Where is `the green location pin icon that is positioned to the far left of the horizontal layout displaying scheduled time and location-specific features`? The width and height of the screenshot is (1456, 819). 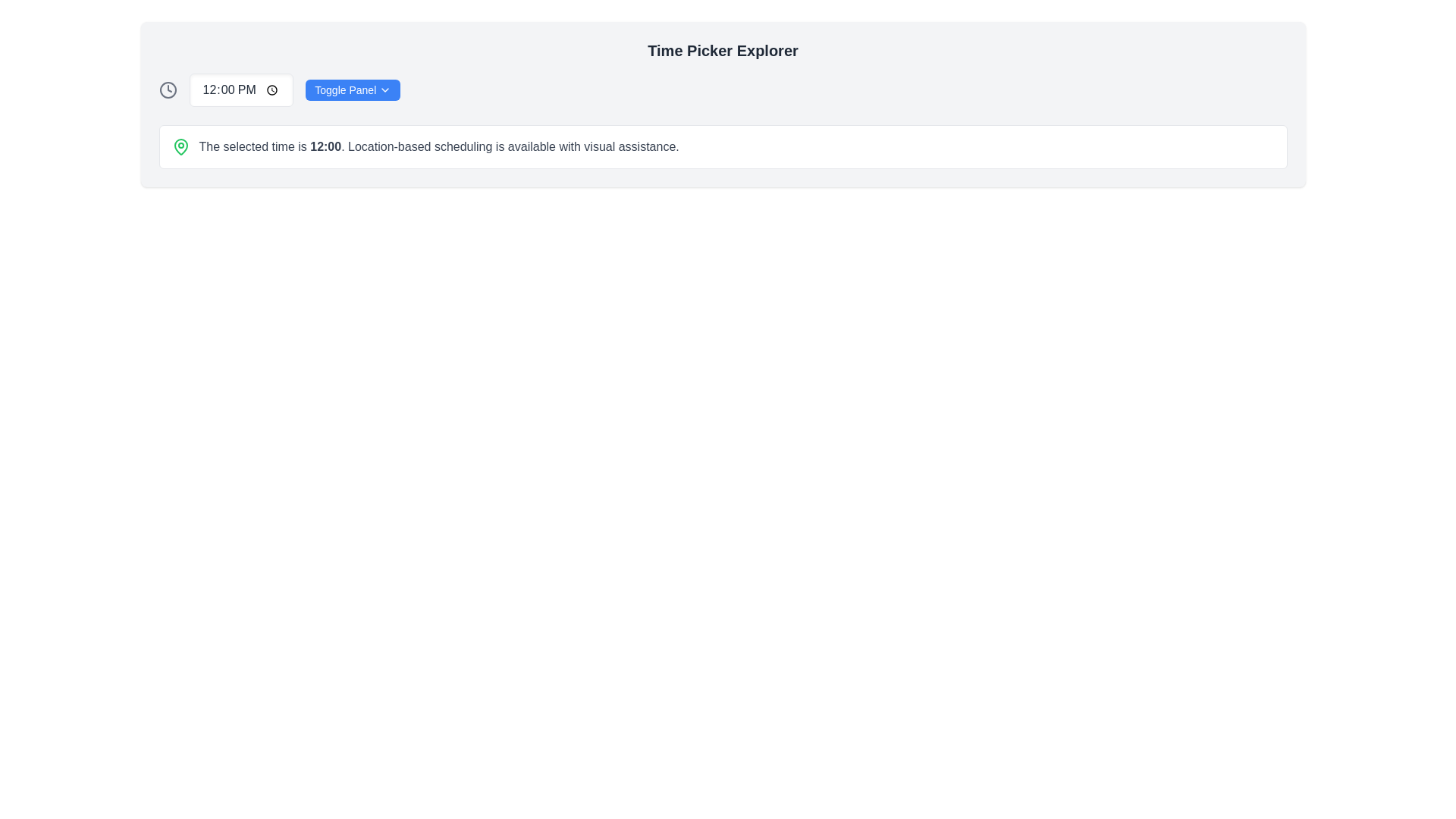
the green location pin icon that is positioned to the far left of the horizontal layout displaying scheduled time and location-specific features is located at coordinates (180, 146).